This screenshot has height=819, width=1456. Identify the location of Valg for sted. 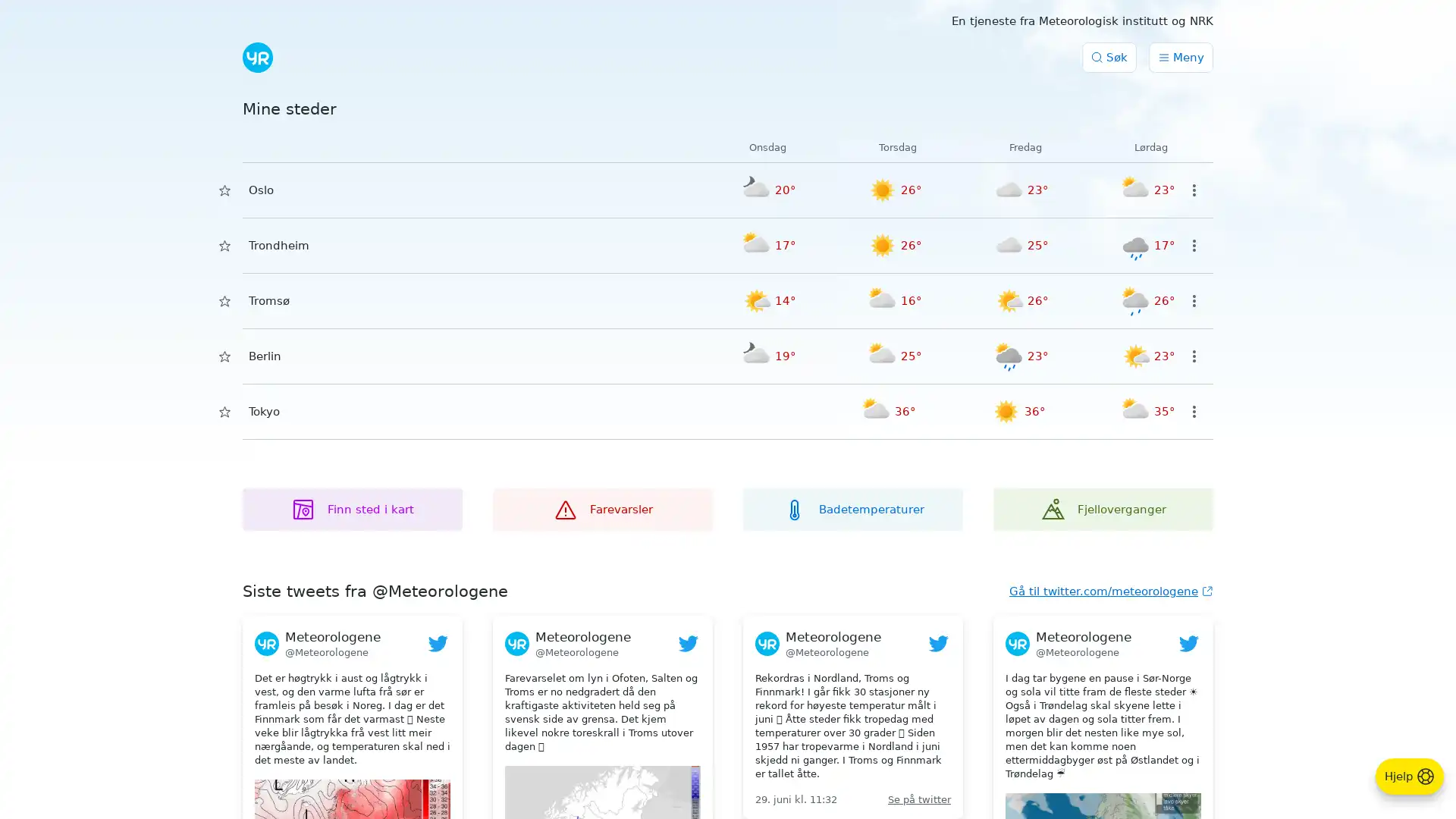
(1193, 189).